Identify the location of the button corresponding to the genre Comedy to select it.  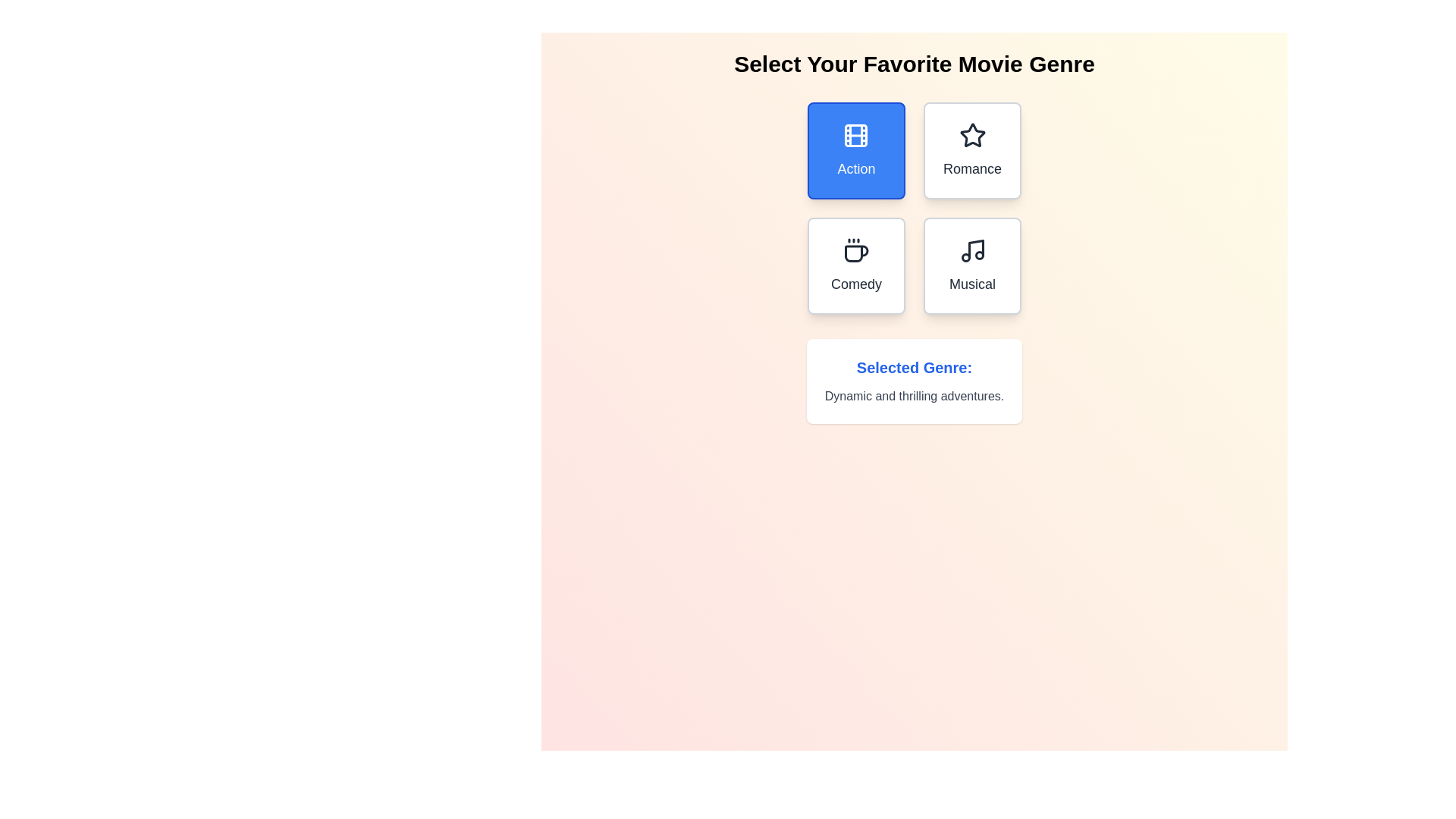
(856, 265).